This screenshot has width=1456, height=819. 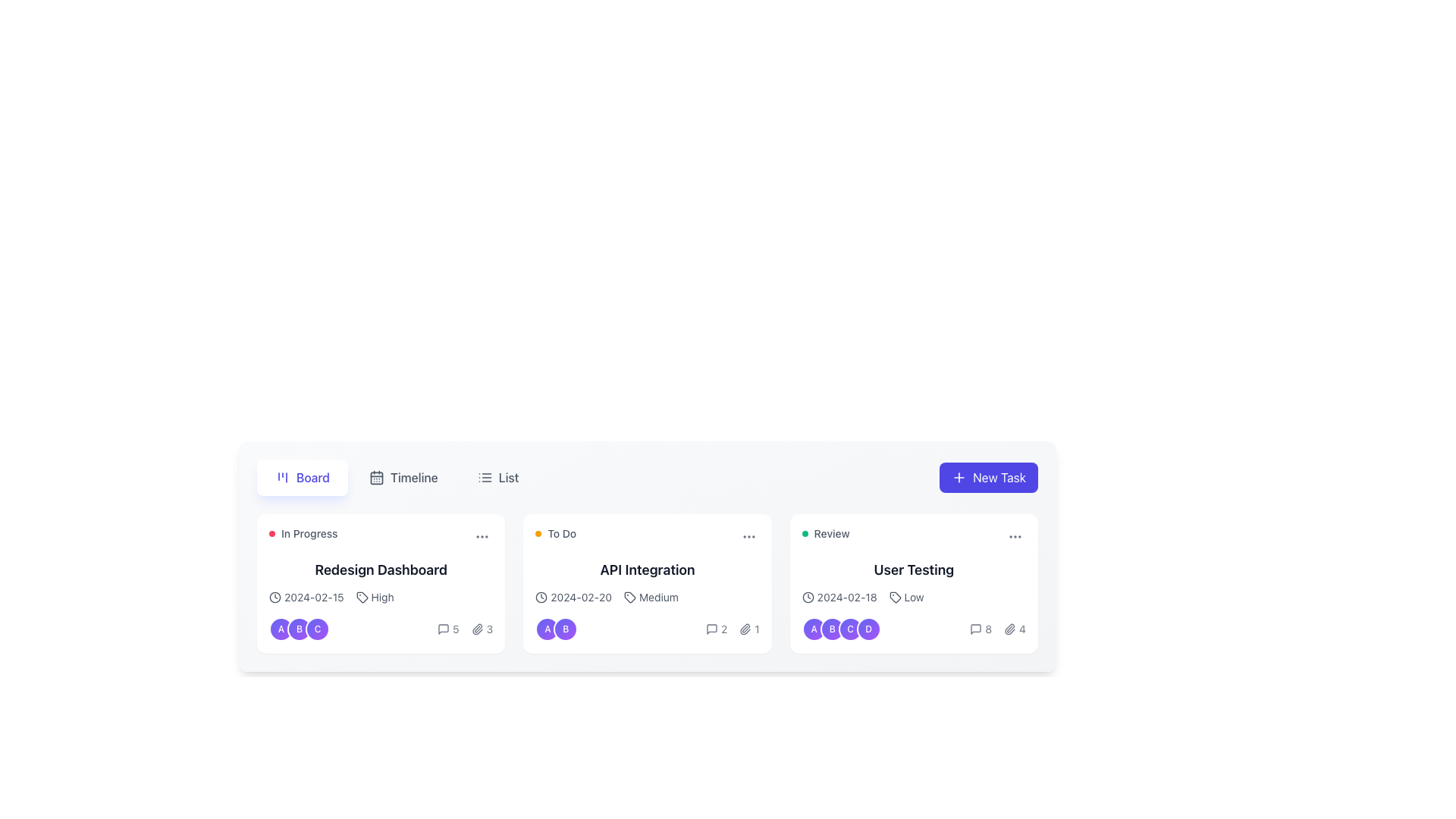 I want to click on the date text '2024-02-20' next to the clock icon, so click(x=573, y=596).